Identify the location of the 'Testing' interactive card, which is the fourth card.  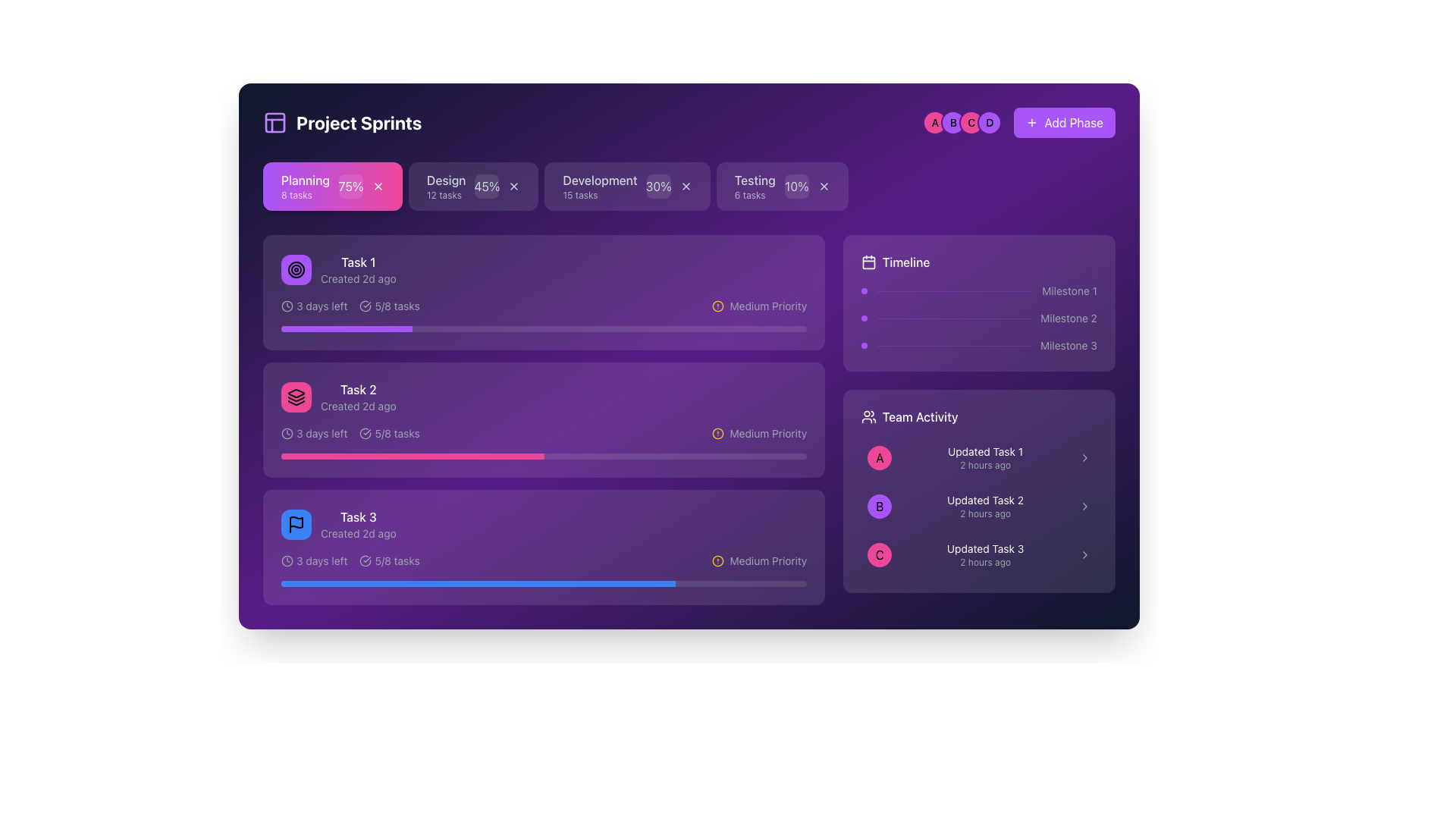
(782, 186).